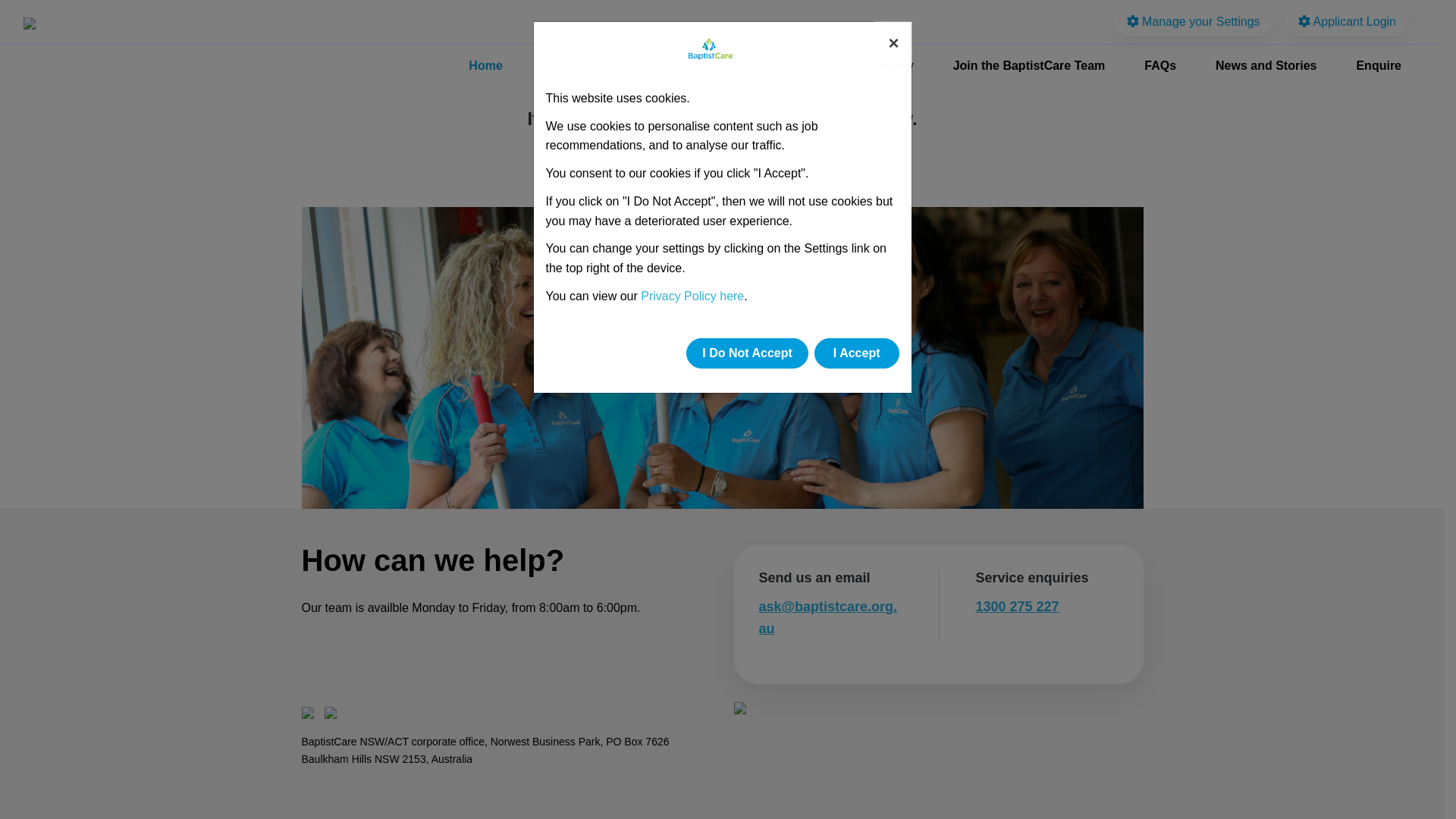 Image resolution: width=1456 pixels, height=819 pixels. What do you see at coordinates (1347, 21) in the screenshot?
I see `'Applicant Login'` at bounding box center [1347, 21].